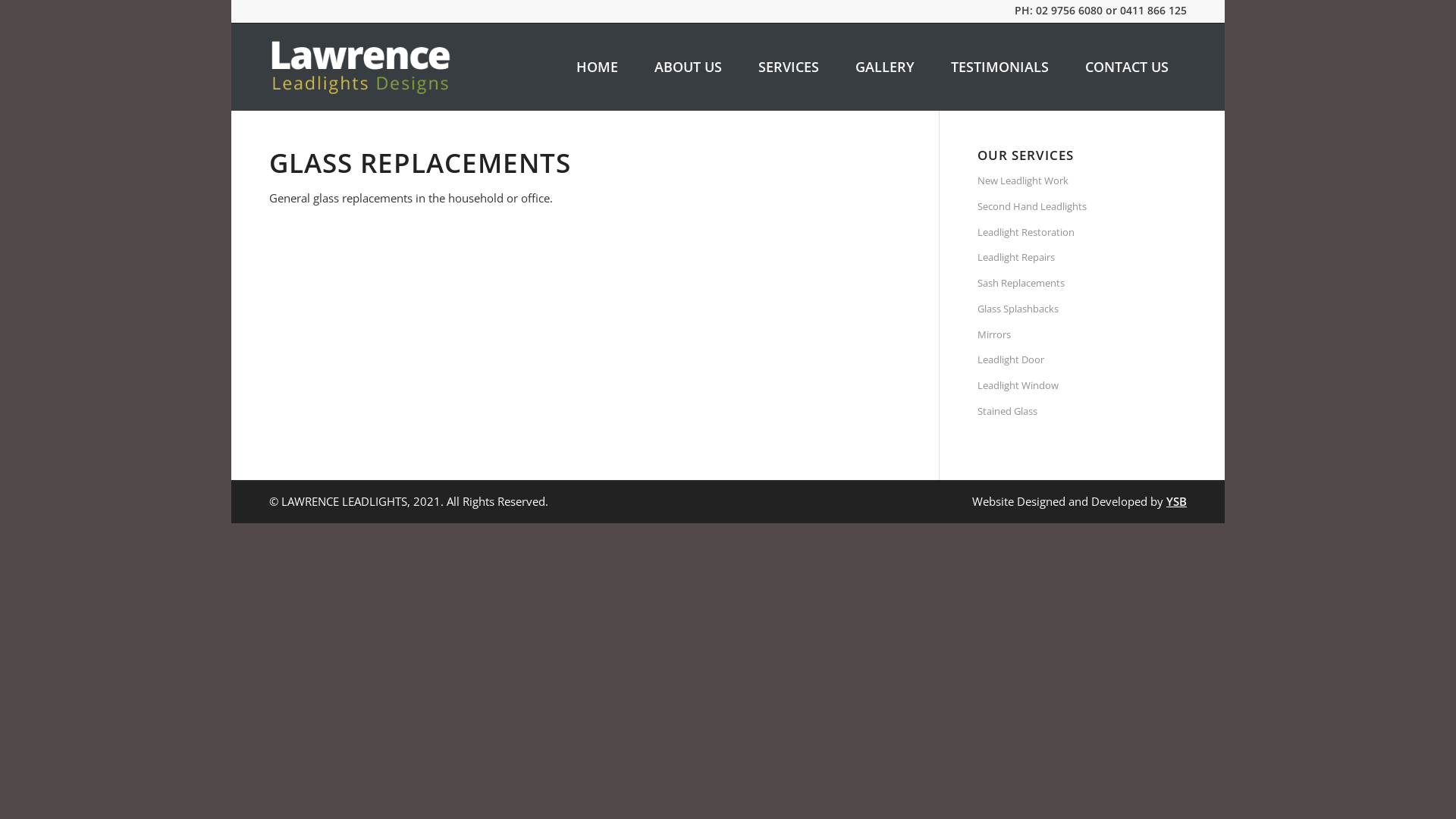 The height and width of the screenshot is (819, 1456). What do you see at coordinates (1175, 500) in the screenshot?
I see `'YSB'` at bounding box center [1175, 500].